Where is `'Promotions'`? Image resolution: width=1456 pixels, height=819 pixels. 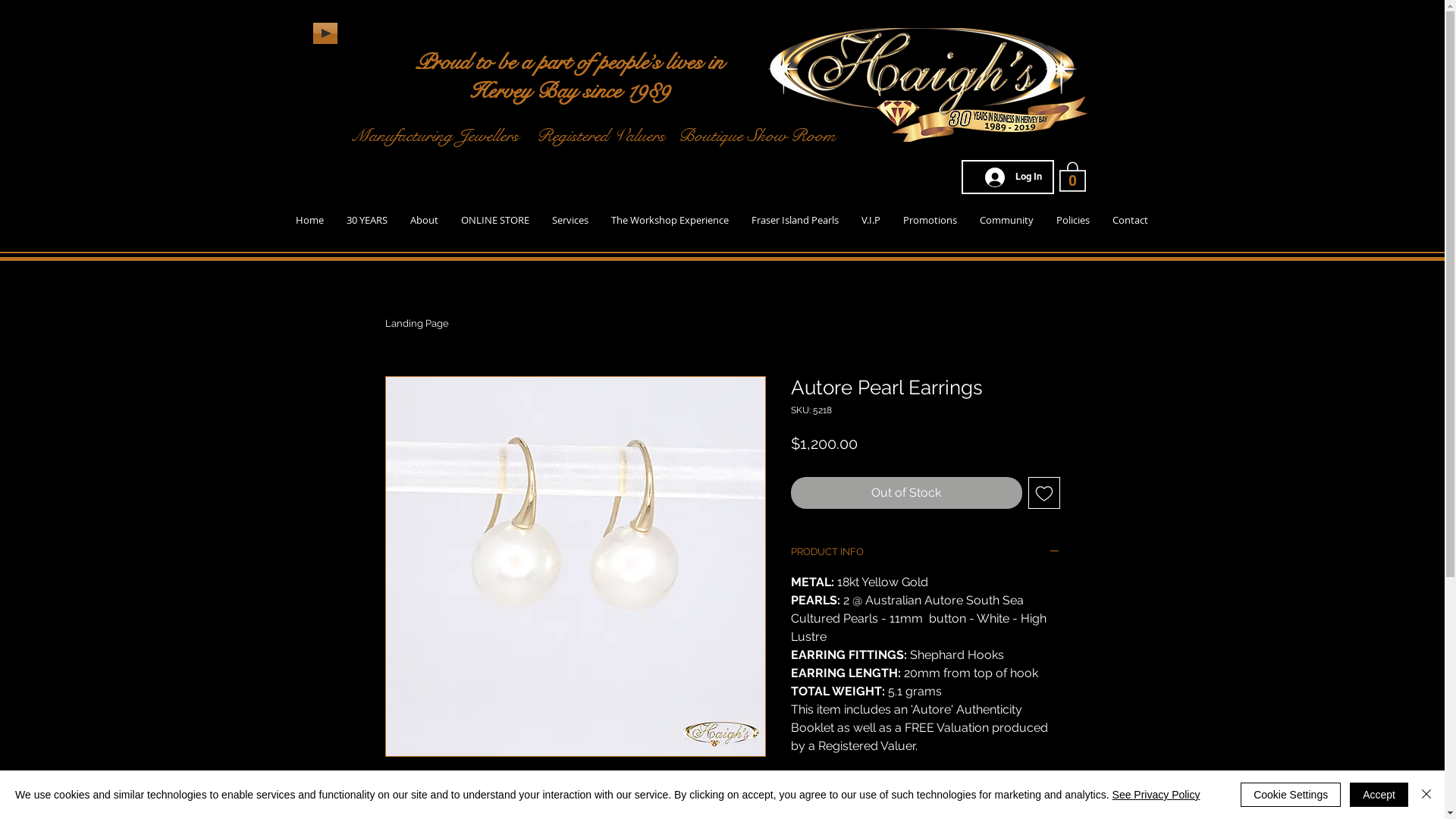 'Promotions' is located at coordinates (892, 219).